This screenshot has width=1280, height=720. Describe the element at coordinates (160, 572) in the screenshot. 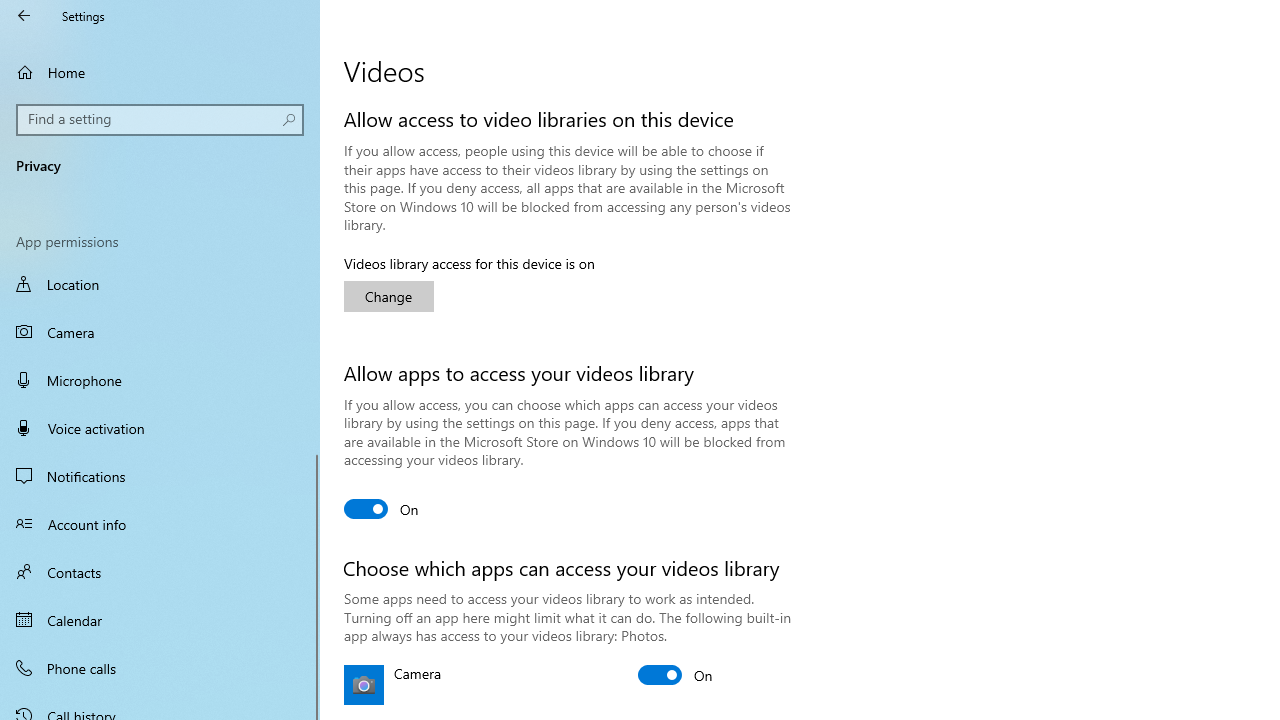

I see `'Contacts'` at that location.